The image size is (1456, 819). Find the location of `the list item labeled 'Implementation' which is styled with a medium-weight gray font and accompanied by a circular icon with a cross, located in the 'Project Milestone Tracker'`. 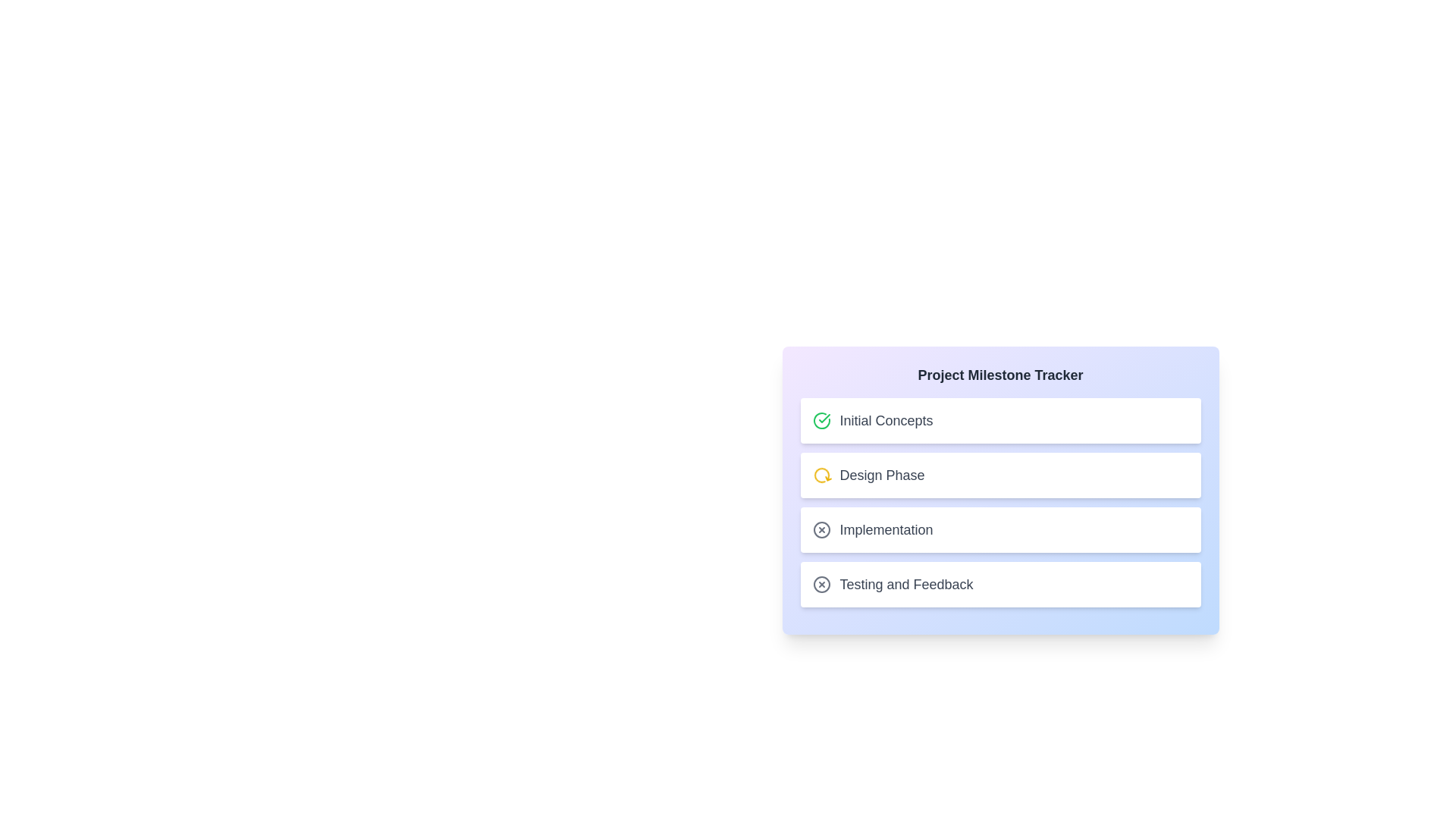

the list item labeled 'Implementation' which is styled with a medium-weight gray font and accompanied by a circular icon with a cross, located in the 'Project Milestone Tracker' is located at coordinates (873, 529).